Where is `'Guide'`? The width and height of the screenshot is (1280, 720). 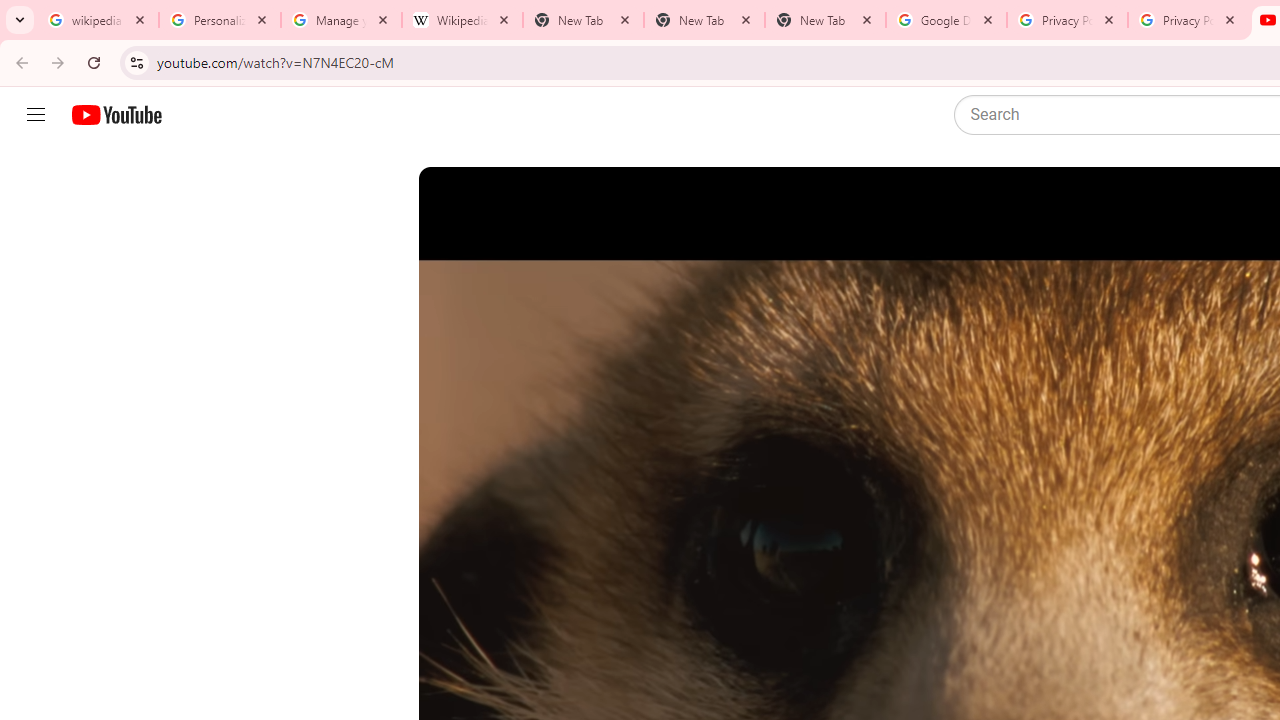
'Guide' is located at coordinates (35, 115).